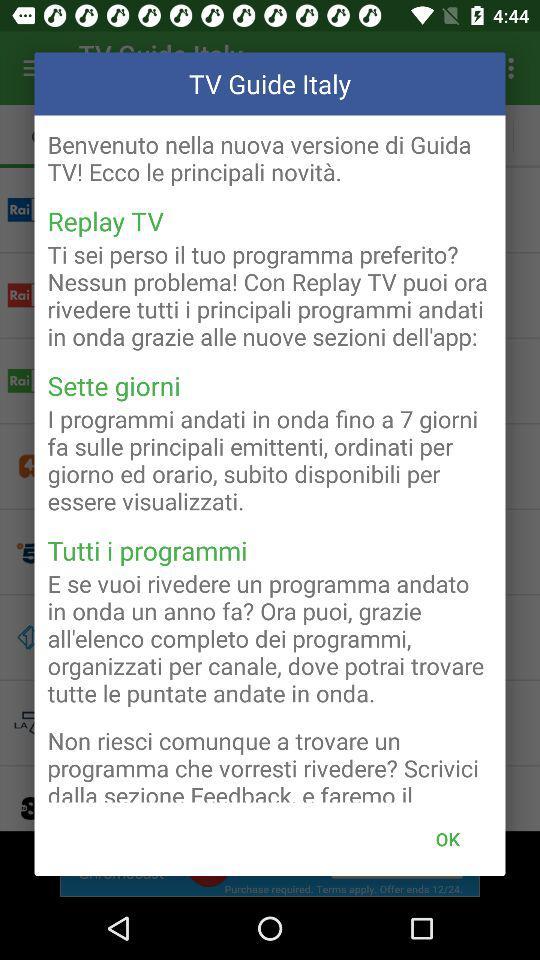 The width and height of the screenshot is (540, 960). I want to click on icon below the non riesci comunque icon, so click(447, 839).